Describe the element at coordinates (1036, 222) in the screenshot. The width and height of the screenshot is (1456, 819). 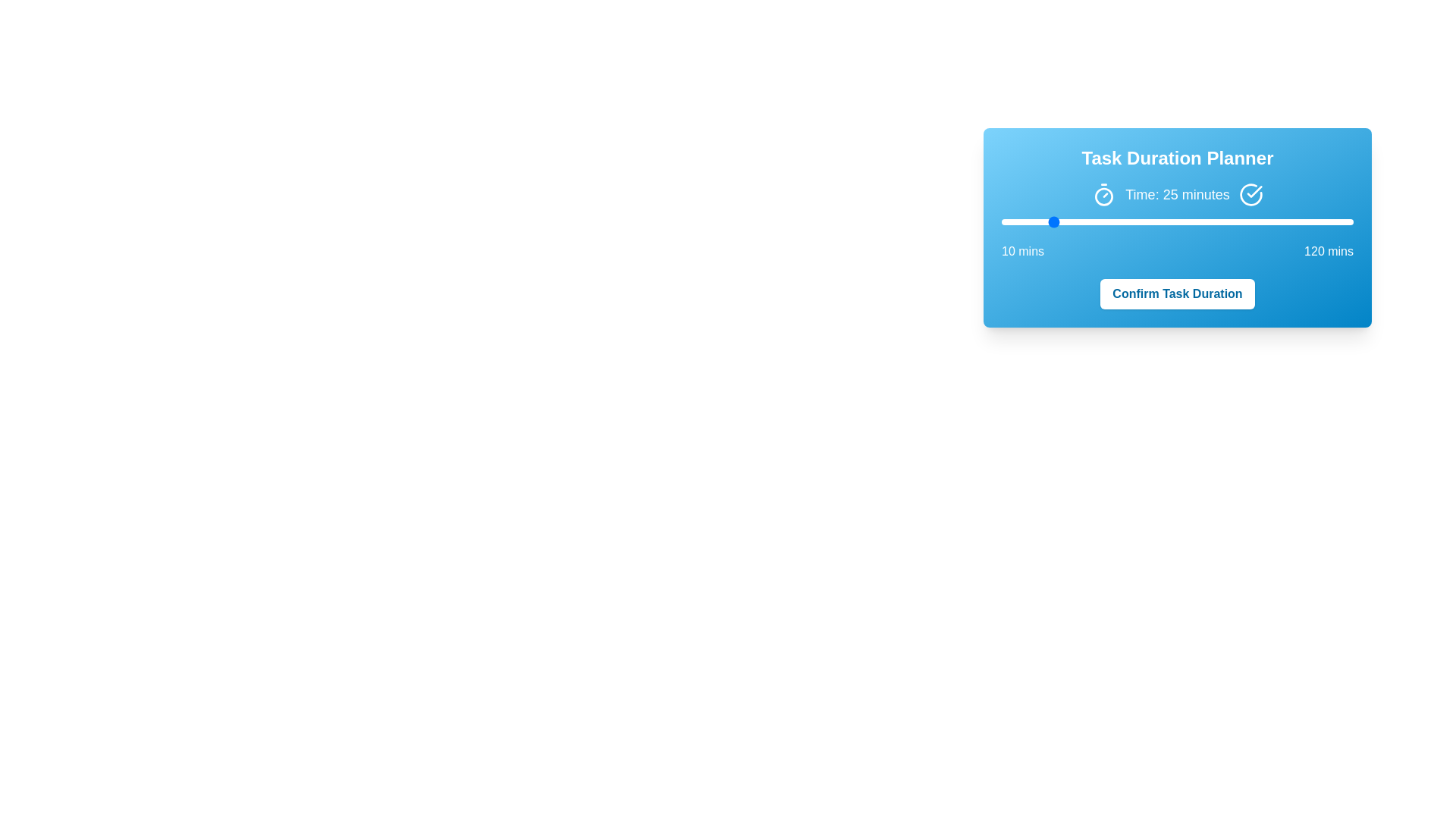
I see `the slider to a specific value 21 within the range of 10 to 120 minutes` at that location.